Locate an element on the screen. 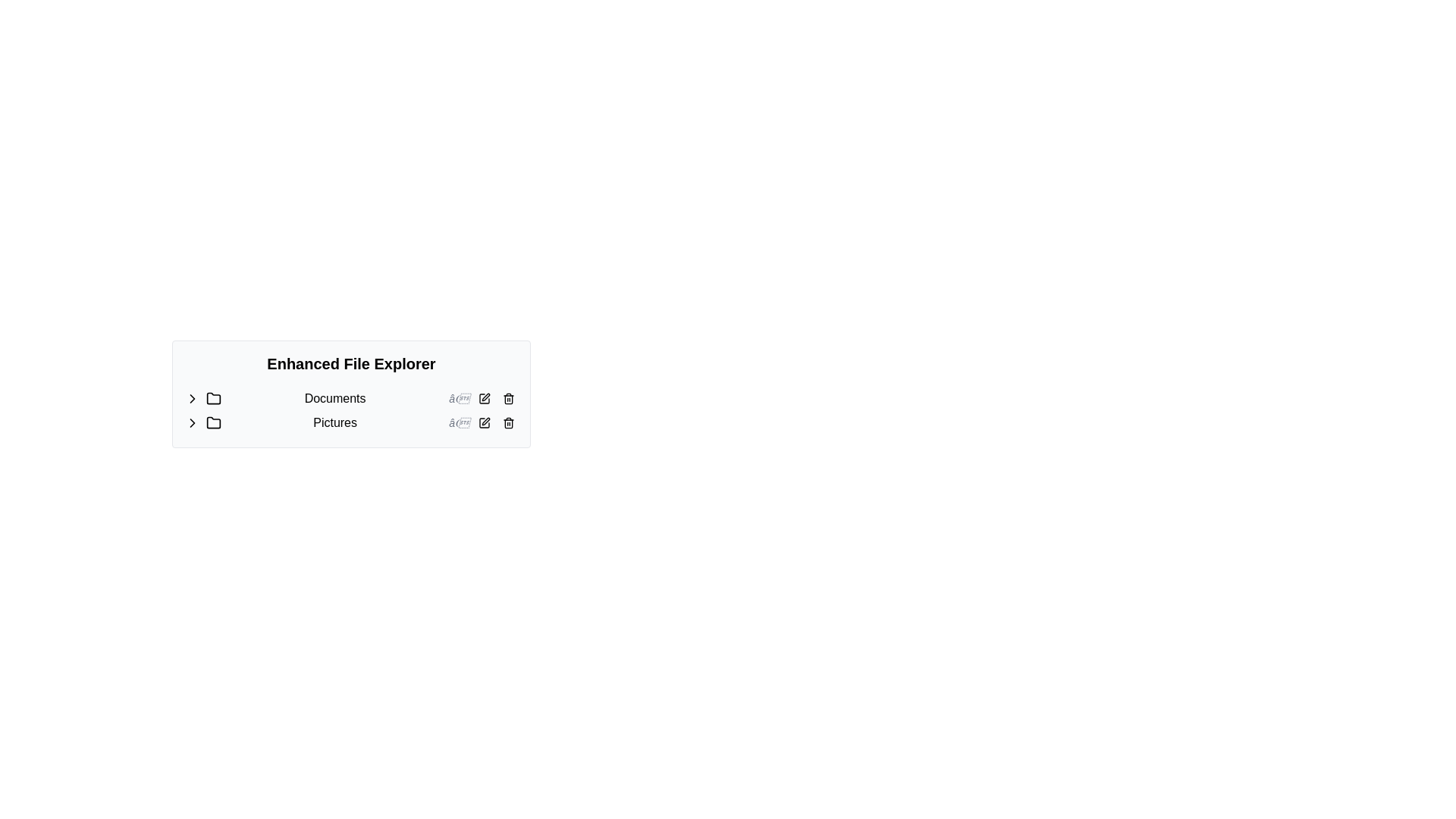  the static text label that provides auxiliary or explanatory information about the 'Documents' item, located to the right of the 'Documents' label in the second row of a list is located at coordinates (458, 397).